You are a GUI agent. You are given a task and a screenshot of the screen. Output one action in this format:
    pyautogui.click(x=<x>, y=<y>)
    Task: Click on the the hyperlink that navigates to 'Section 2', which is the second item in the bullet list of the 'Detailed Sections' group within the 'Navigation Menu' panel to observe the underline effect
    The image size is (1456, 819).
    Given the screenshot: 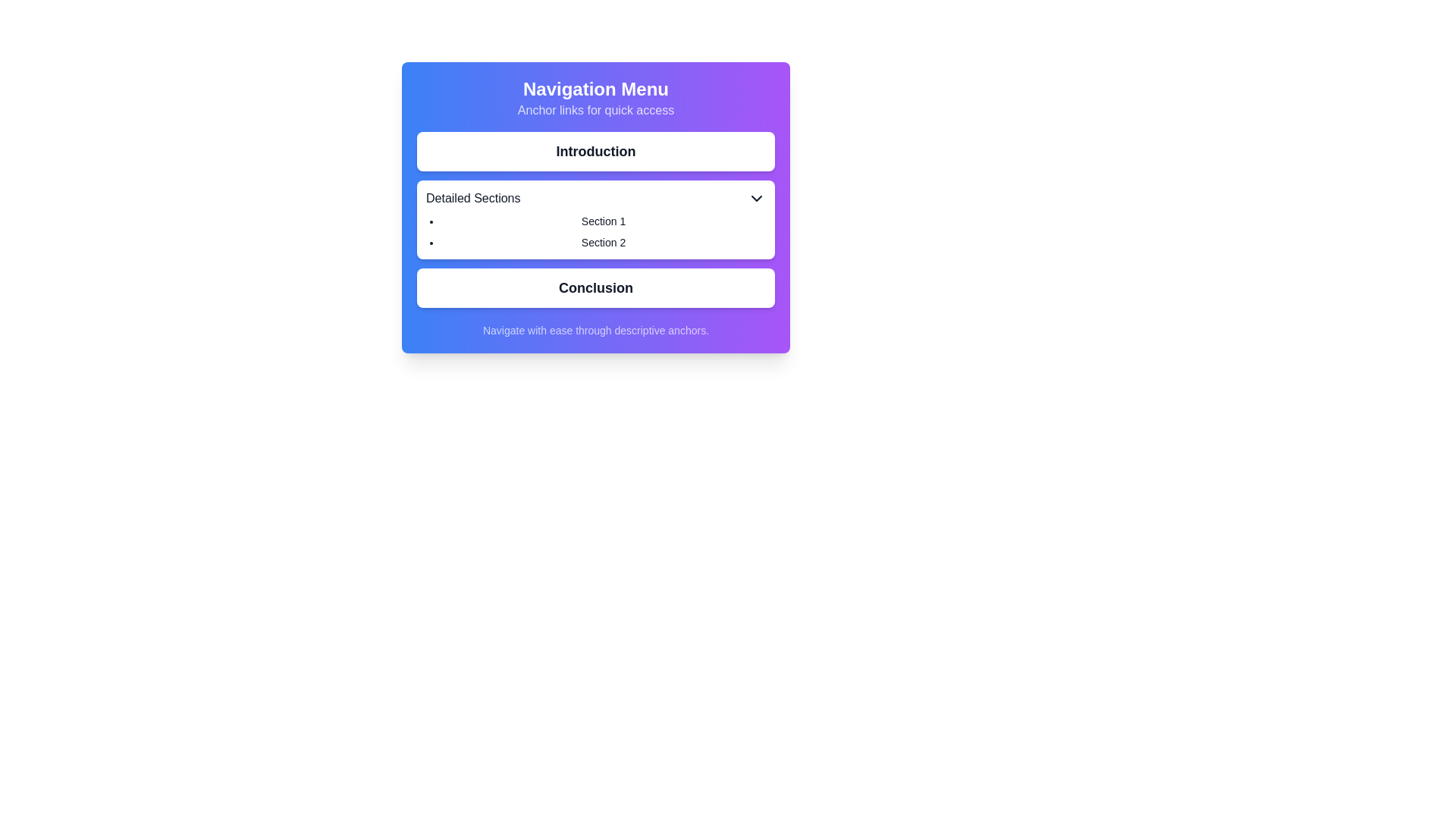 What is the action you would take?
    pyautogui.click(x=603, y=242)
    